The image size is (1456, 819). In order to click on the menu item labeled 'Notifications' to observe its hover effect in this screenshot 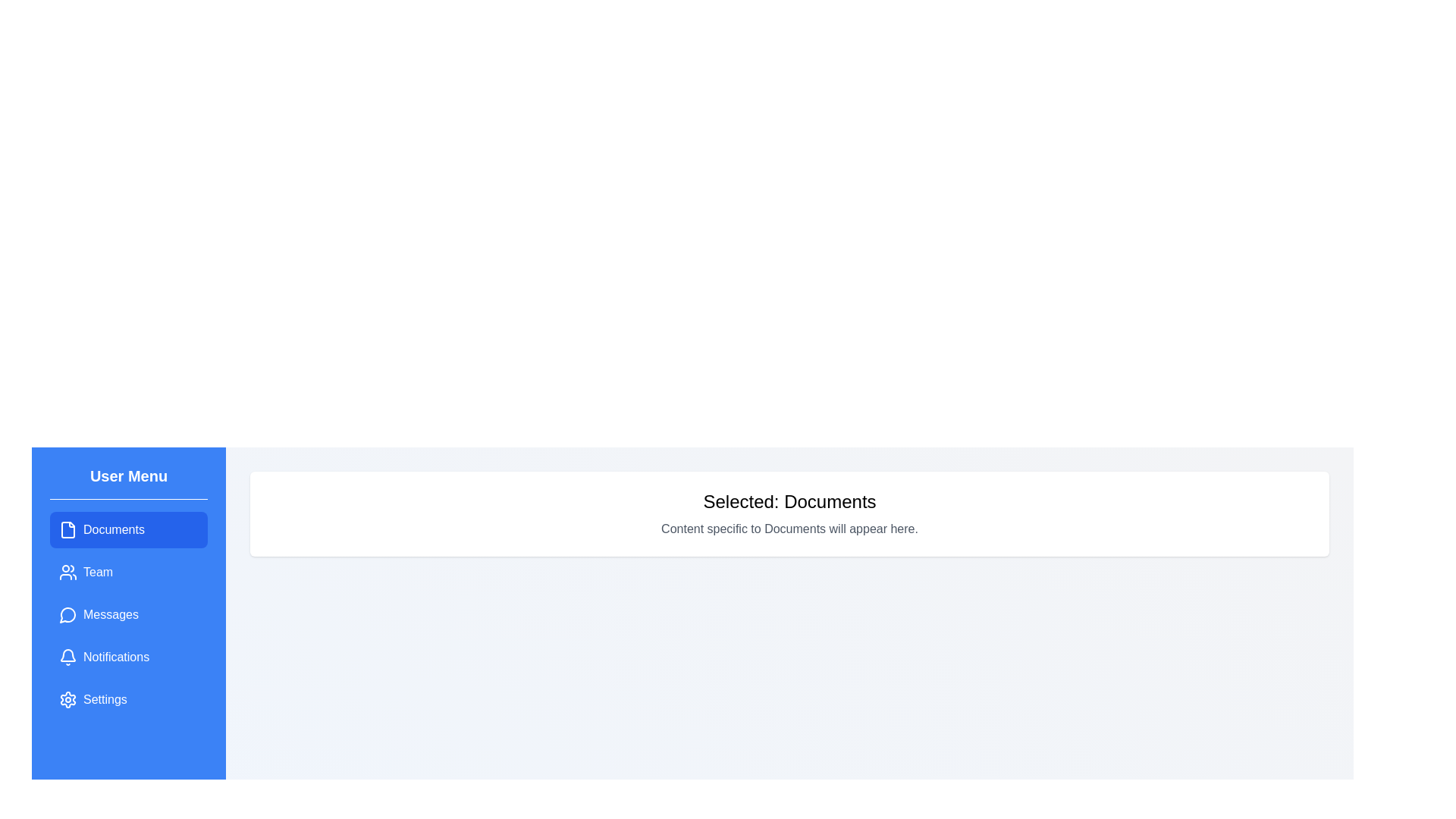, I will do `click(128, 657)`.